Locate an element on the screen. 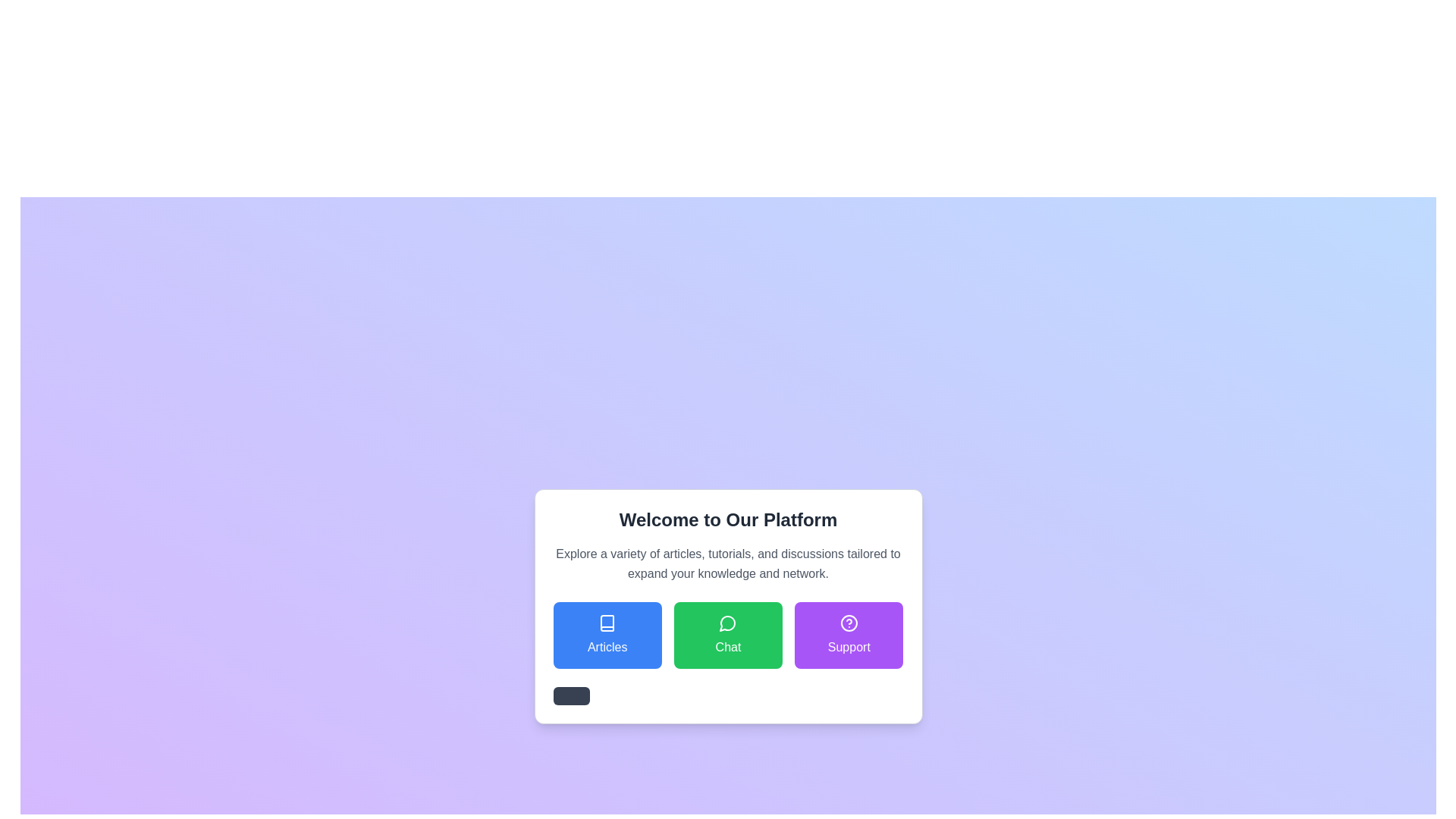 The width and height of the screenshot is (1456, 819). the purple 'Support' button, which has a question mark icon and is the third button in the row is located at coordinates (848, 635).